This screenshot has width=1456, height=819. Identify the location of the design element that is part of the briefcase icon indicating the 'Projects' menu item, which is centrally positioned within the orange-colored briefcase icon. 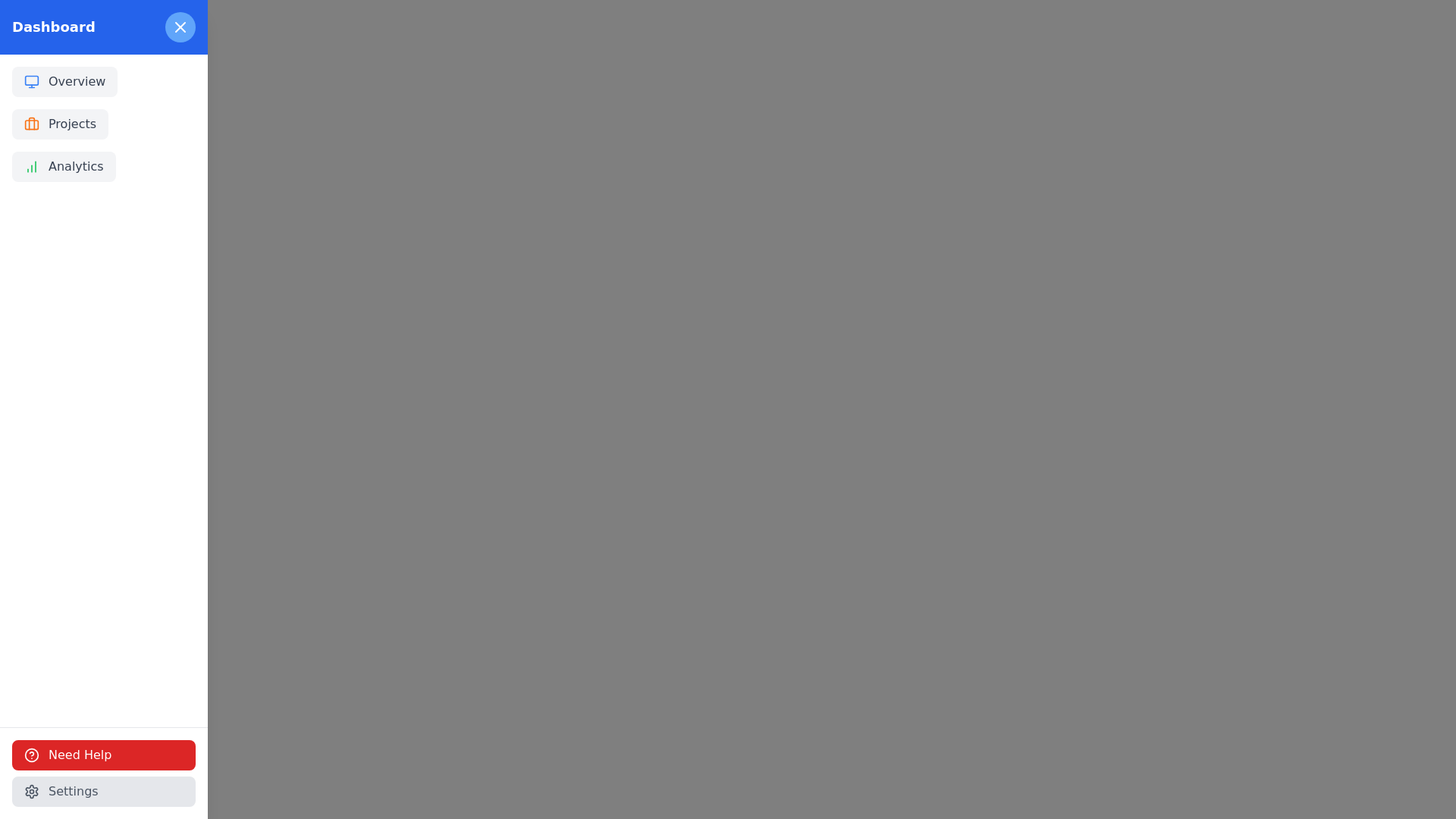
(32, 124).